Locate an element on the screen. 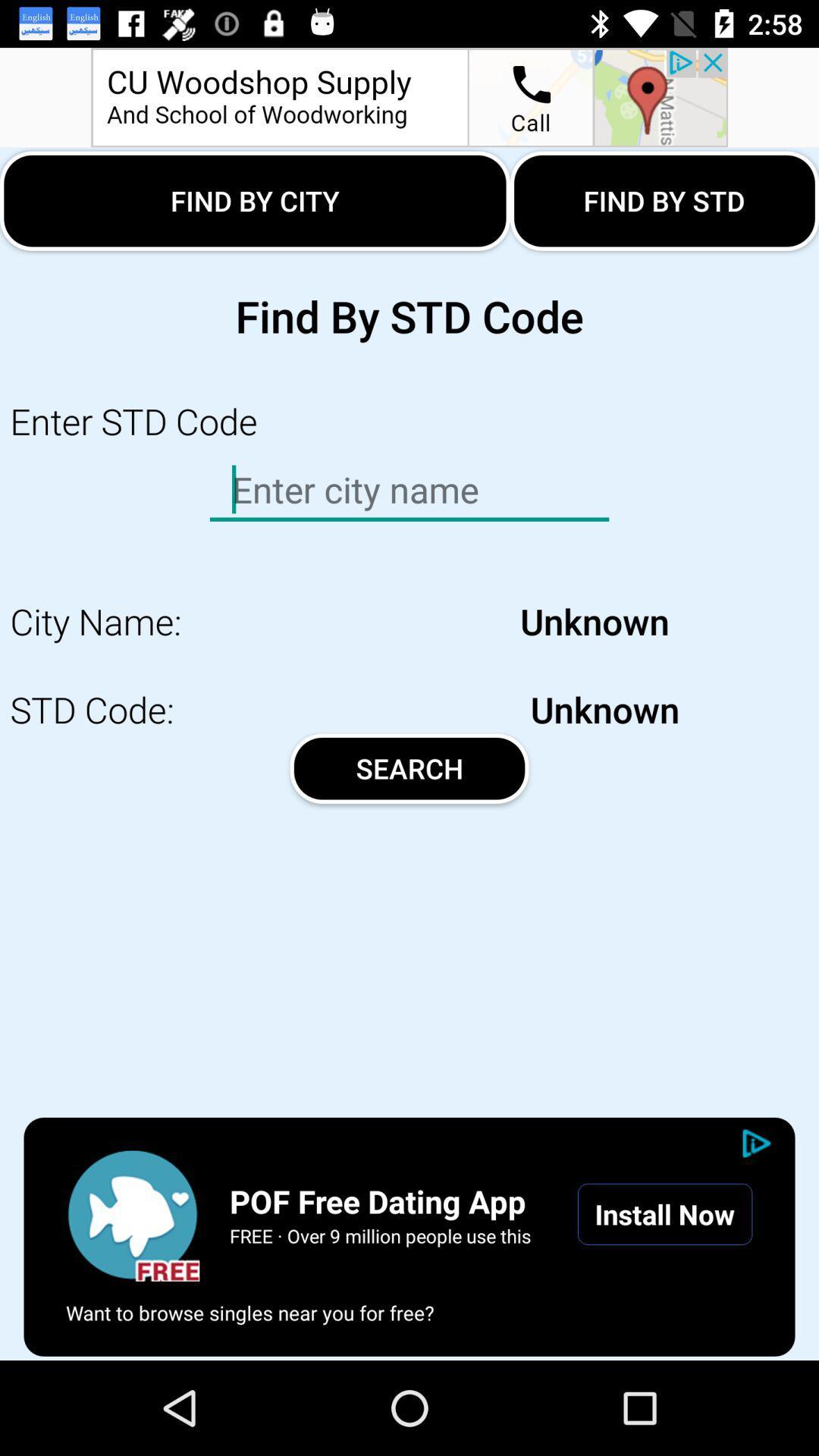 This screenshot has width=819, height=1456. the enter option is located at coordinates (409, 490).